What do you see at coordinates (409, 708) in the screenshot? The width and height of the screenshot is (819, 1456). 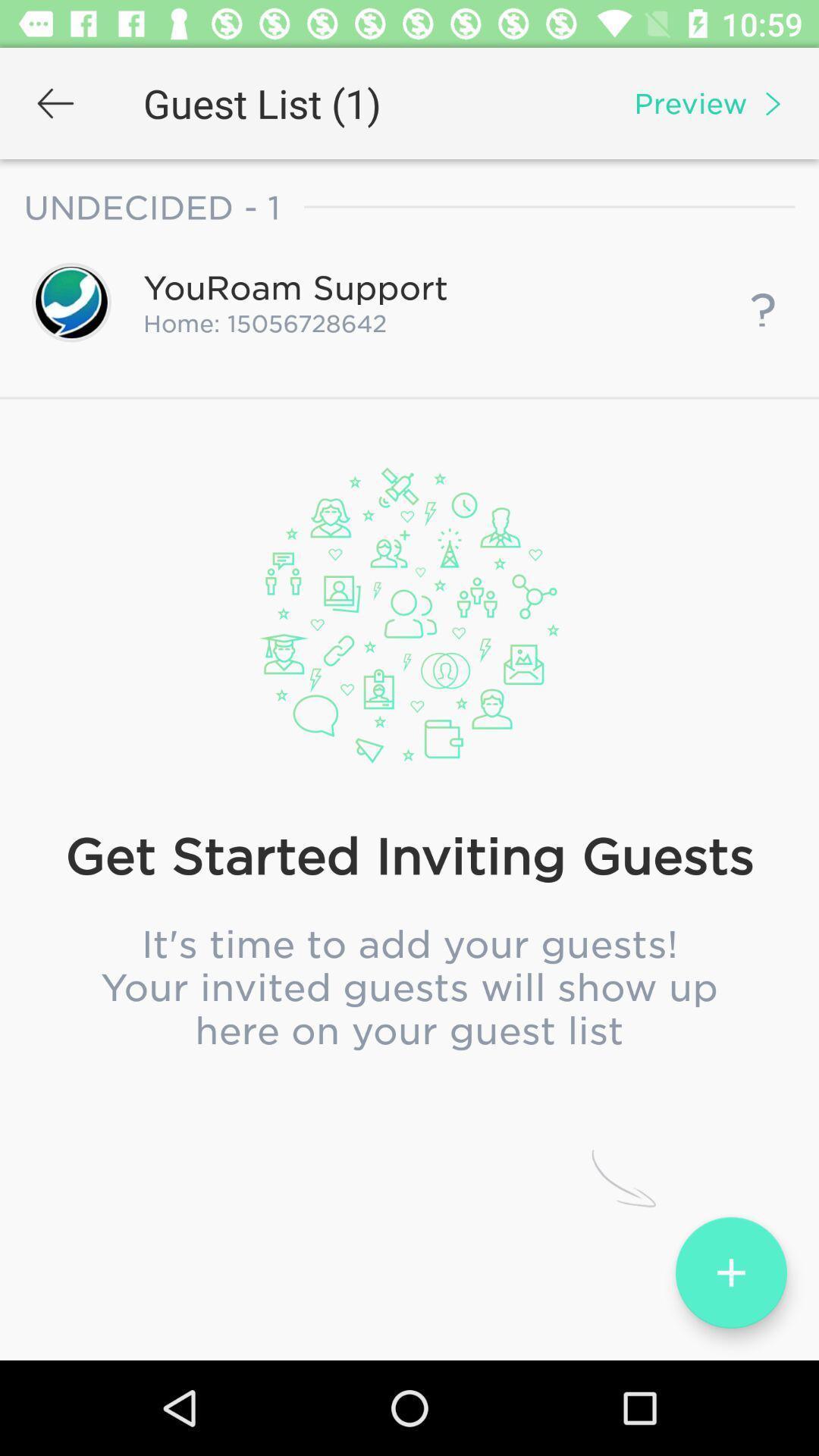 I see `the optional end date icon` at bounding box center [409, 708].